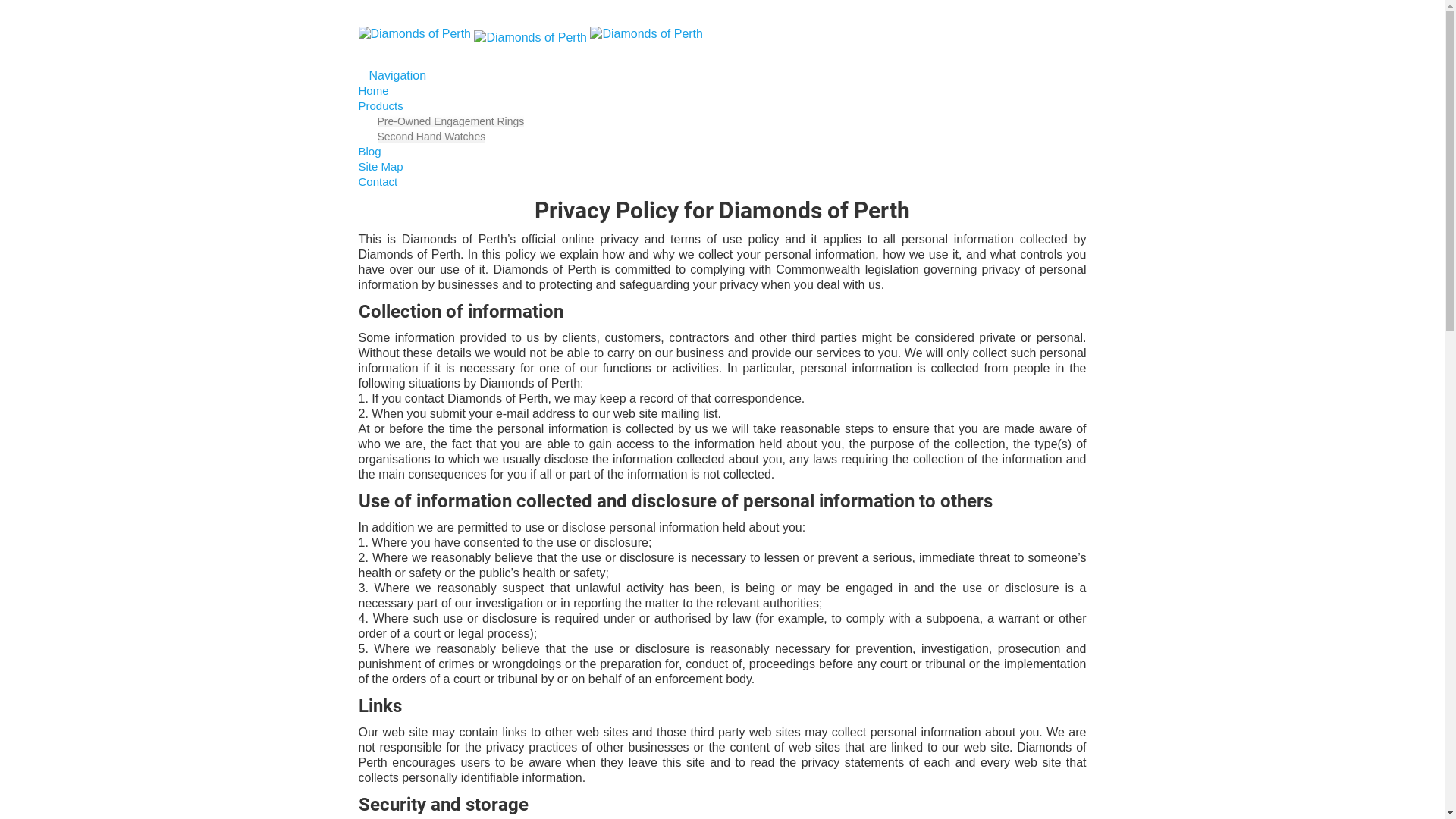  What do you see at coordinates (372, 90) in the screenshot?
I see `'Home'` at bounding box center [372, 90].